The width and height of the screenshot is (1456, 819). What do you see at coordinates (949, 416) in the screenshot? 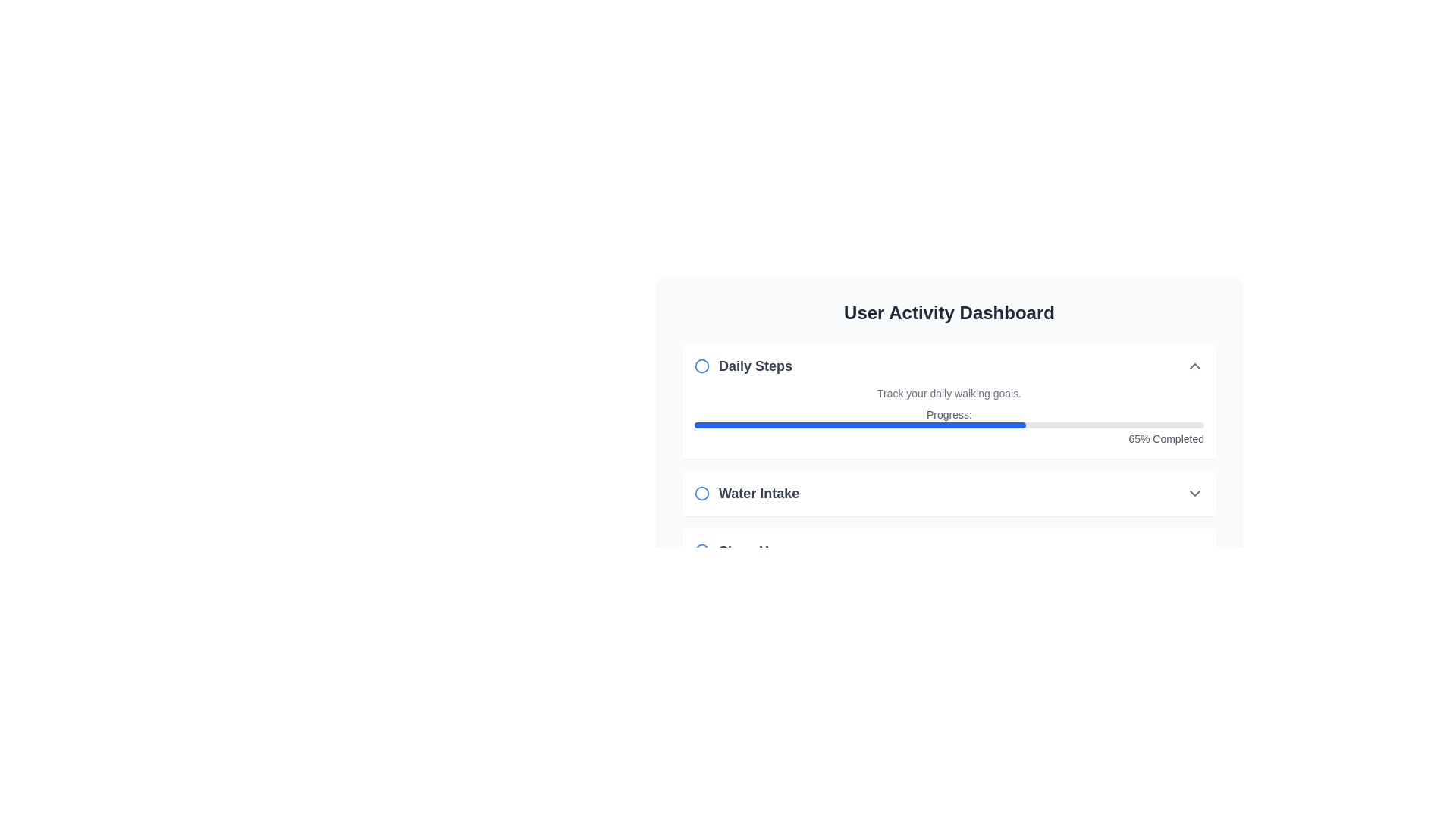
I see `the progress bar in the 'Daily Steps' section of the 'User Activity Dashboard' to interact with it` at bounding box center [949, 416].